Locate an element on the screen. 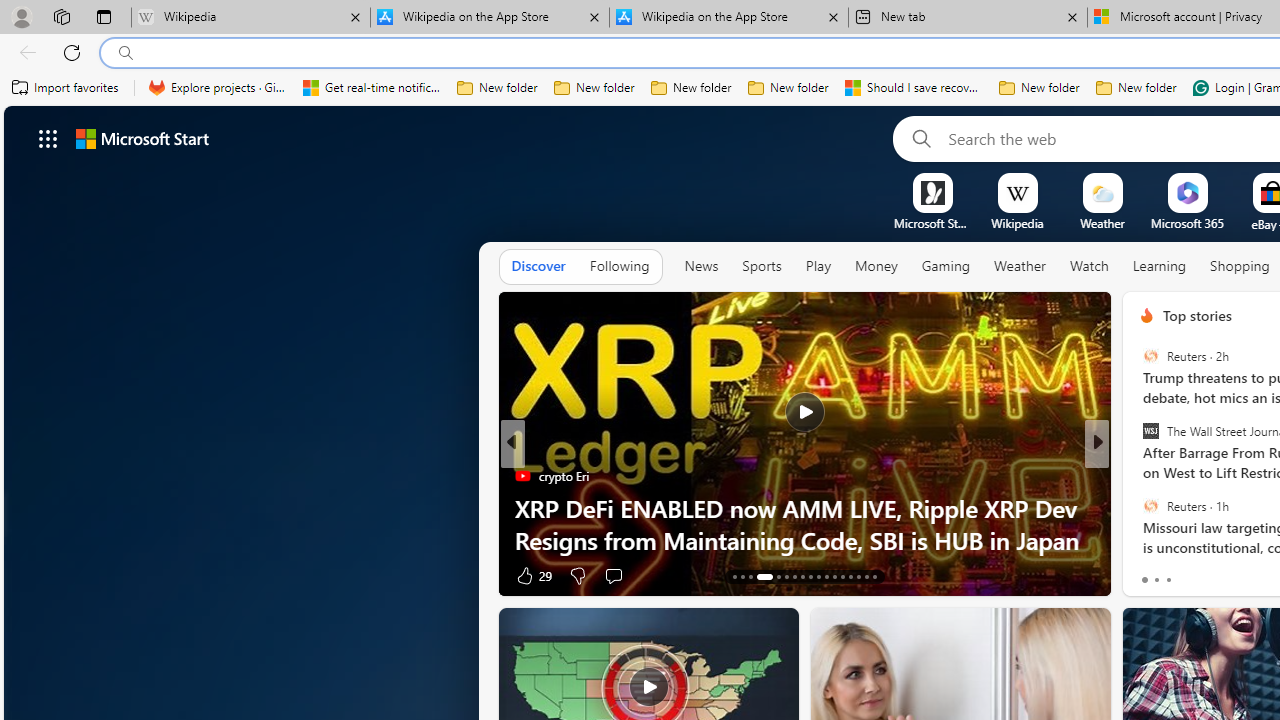 Image resolution: width=1280 pixels, height=720 pixels. '11 Like' is located at coordinates (1149, 575).